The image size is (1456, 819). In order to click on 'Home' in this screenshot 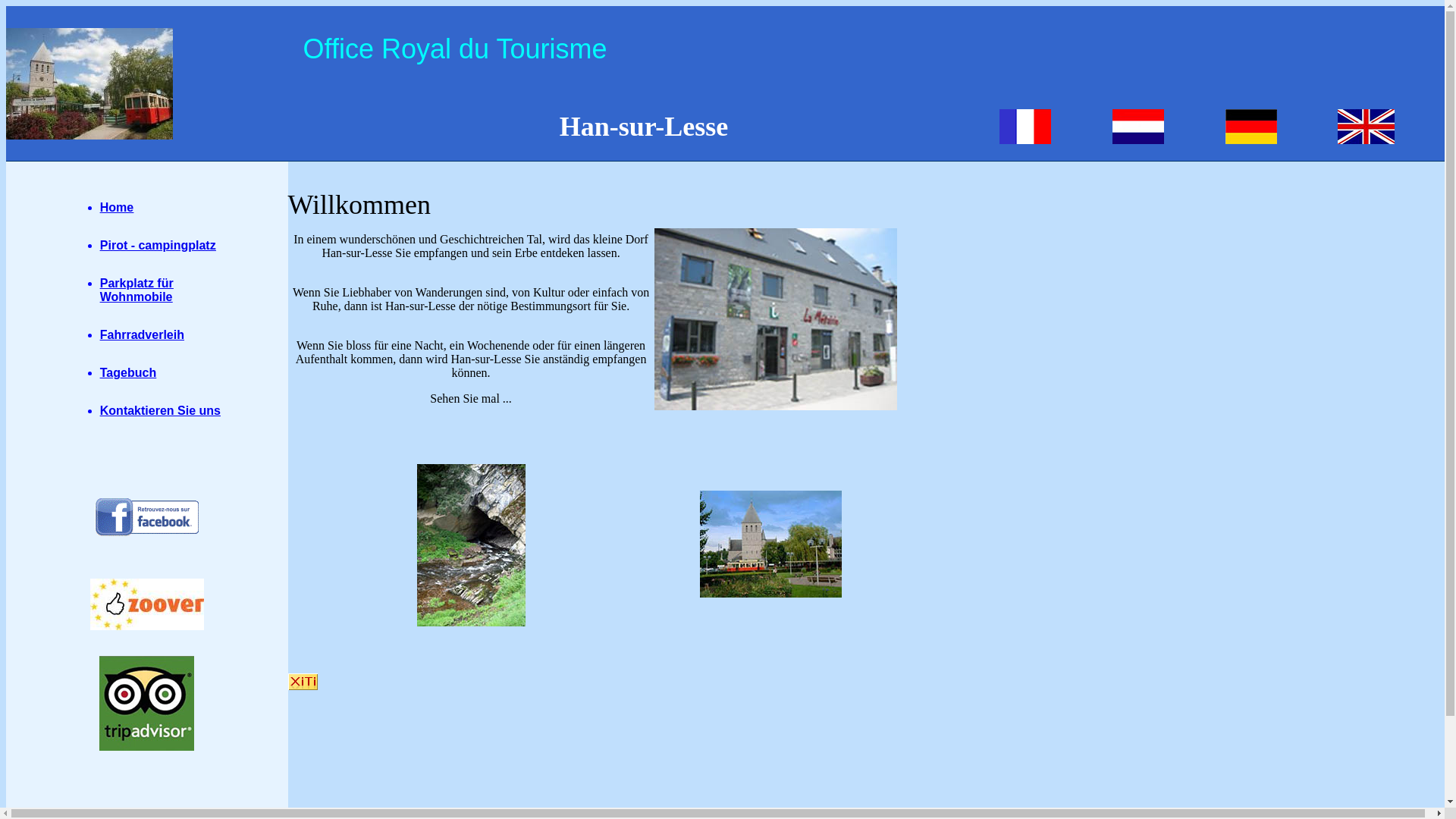, I will do `click(115, 207)`.